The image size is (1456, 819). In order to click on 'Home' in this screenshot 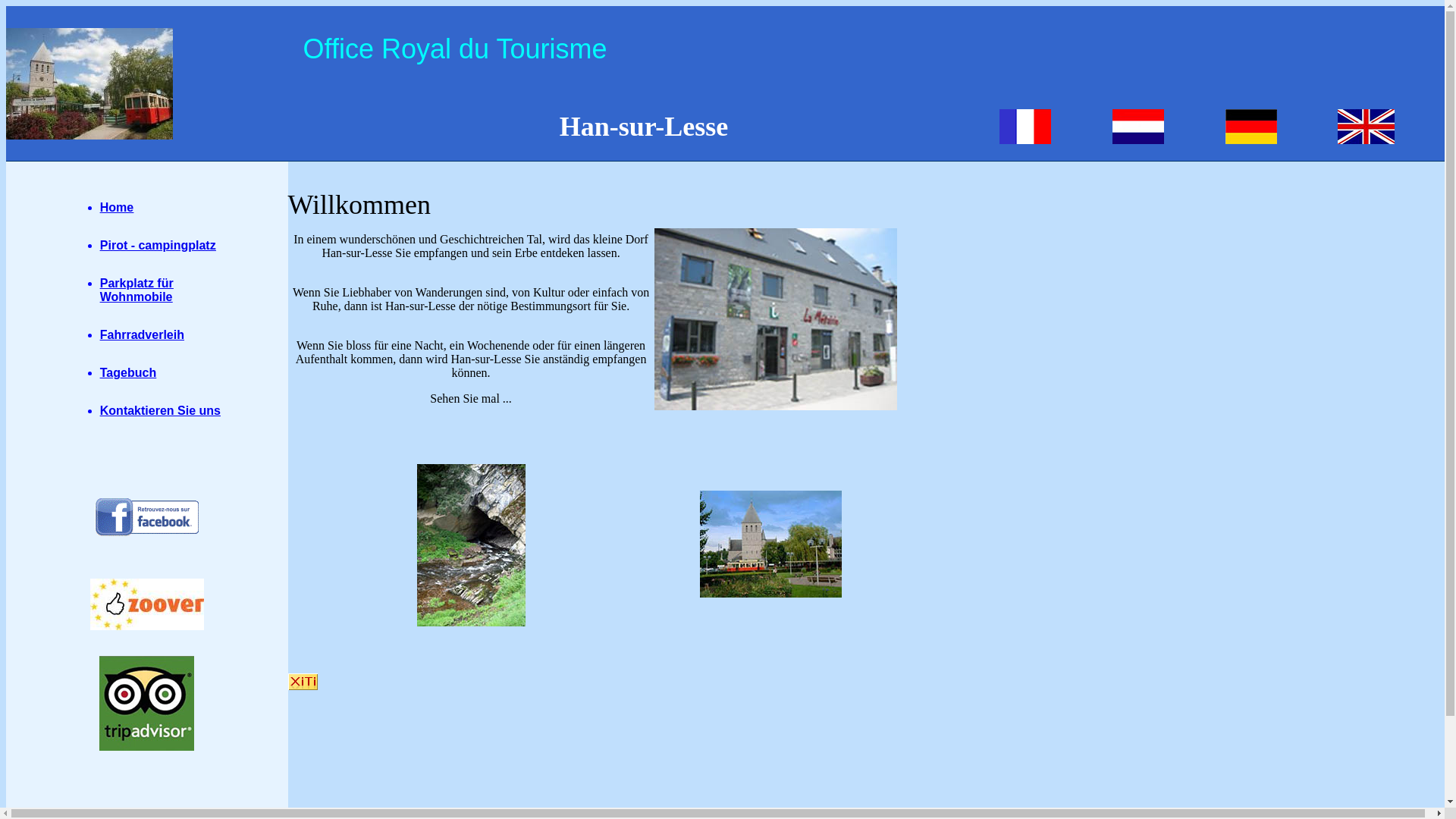, I will do `click(115, 207)`.